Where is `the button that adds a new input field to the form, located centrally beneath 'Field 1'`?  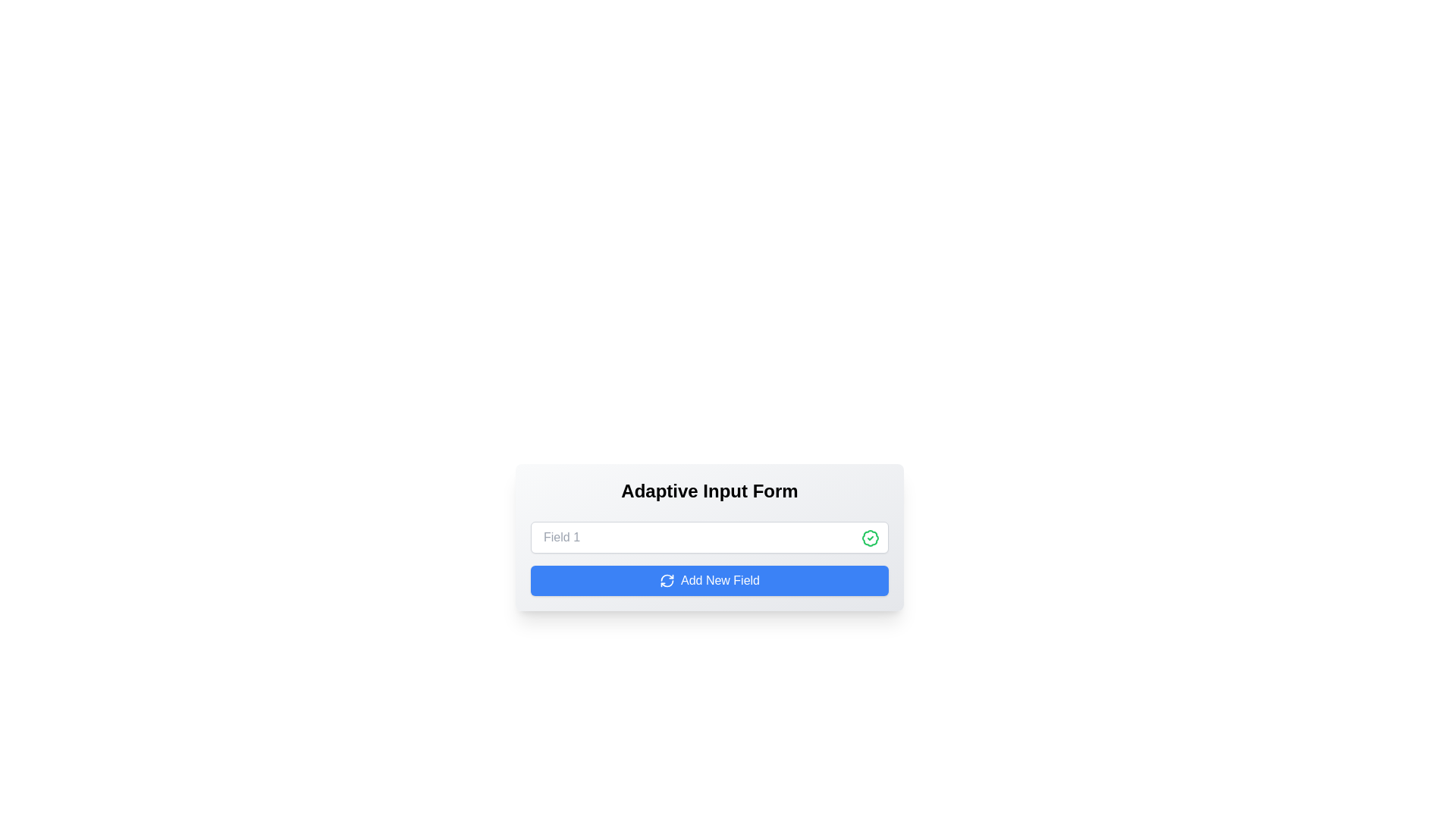 the button that adds a new input field to the form, located centrally beneath 'Field 1' is located at coordinates (709, 580).